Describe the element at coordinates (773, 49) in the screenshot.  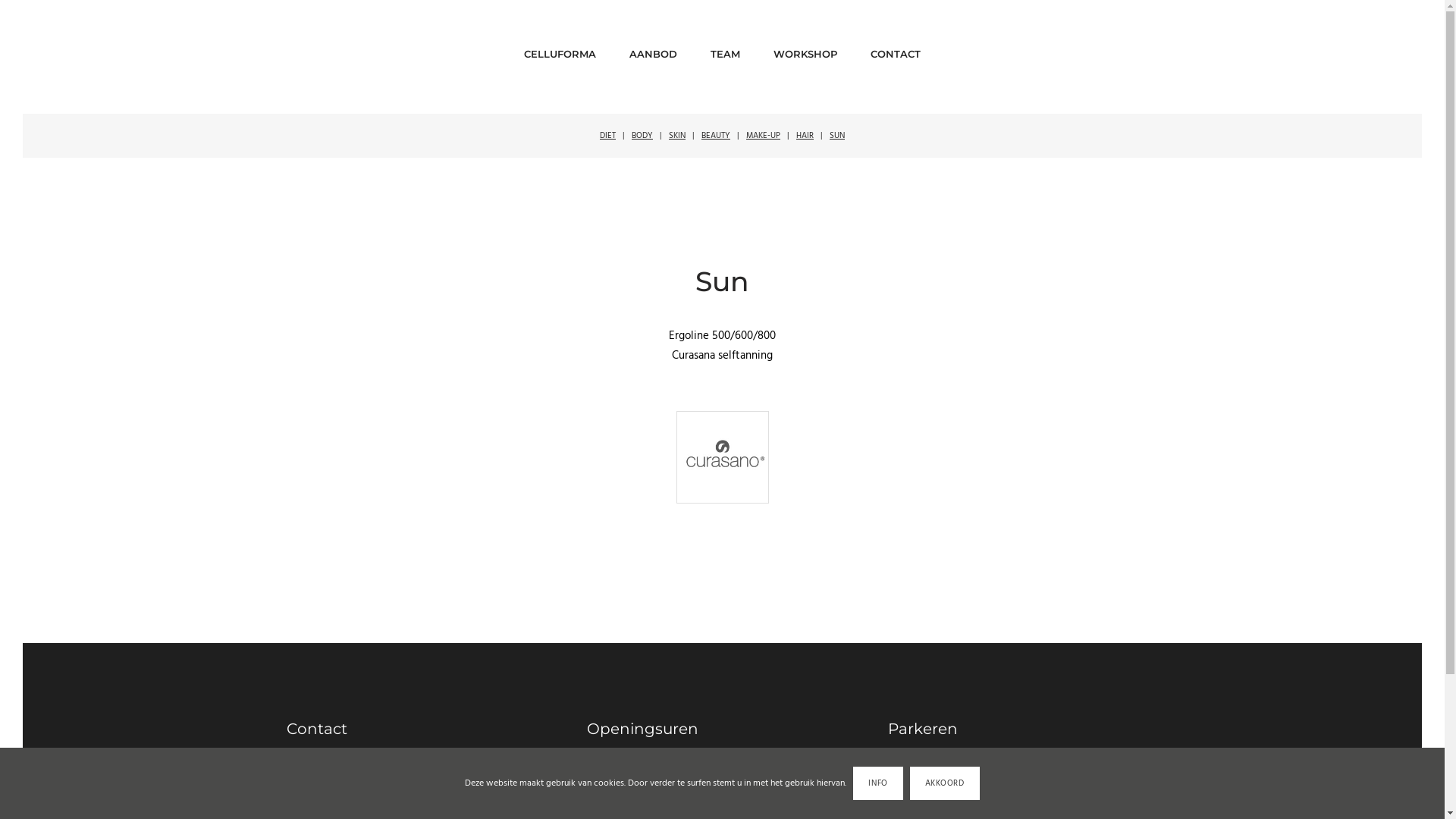
I see `'WORKSHOP'` at that location.